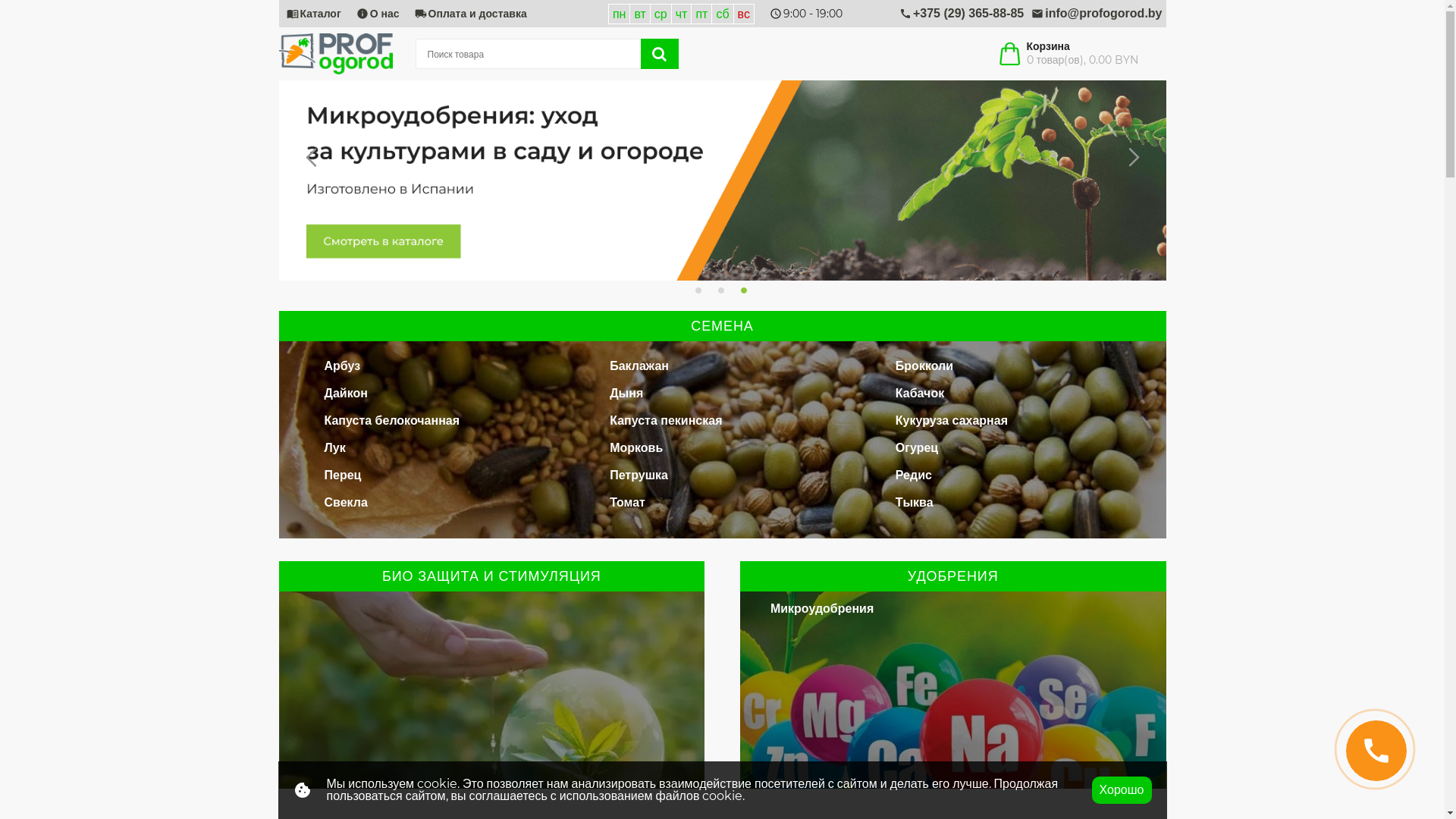  Describe the element at coordinates (1096, 14) in the screenshot. I see `'mail` at that location.